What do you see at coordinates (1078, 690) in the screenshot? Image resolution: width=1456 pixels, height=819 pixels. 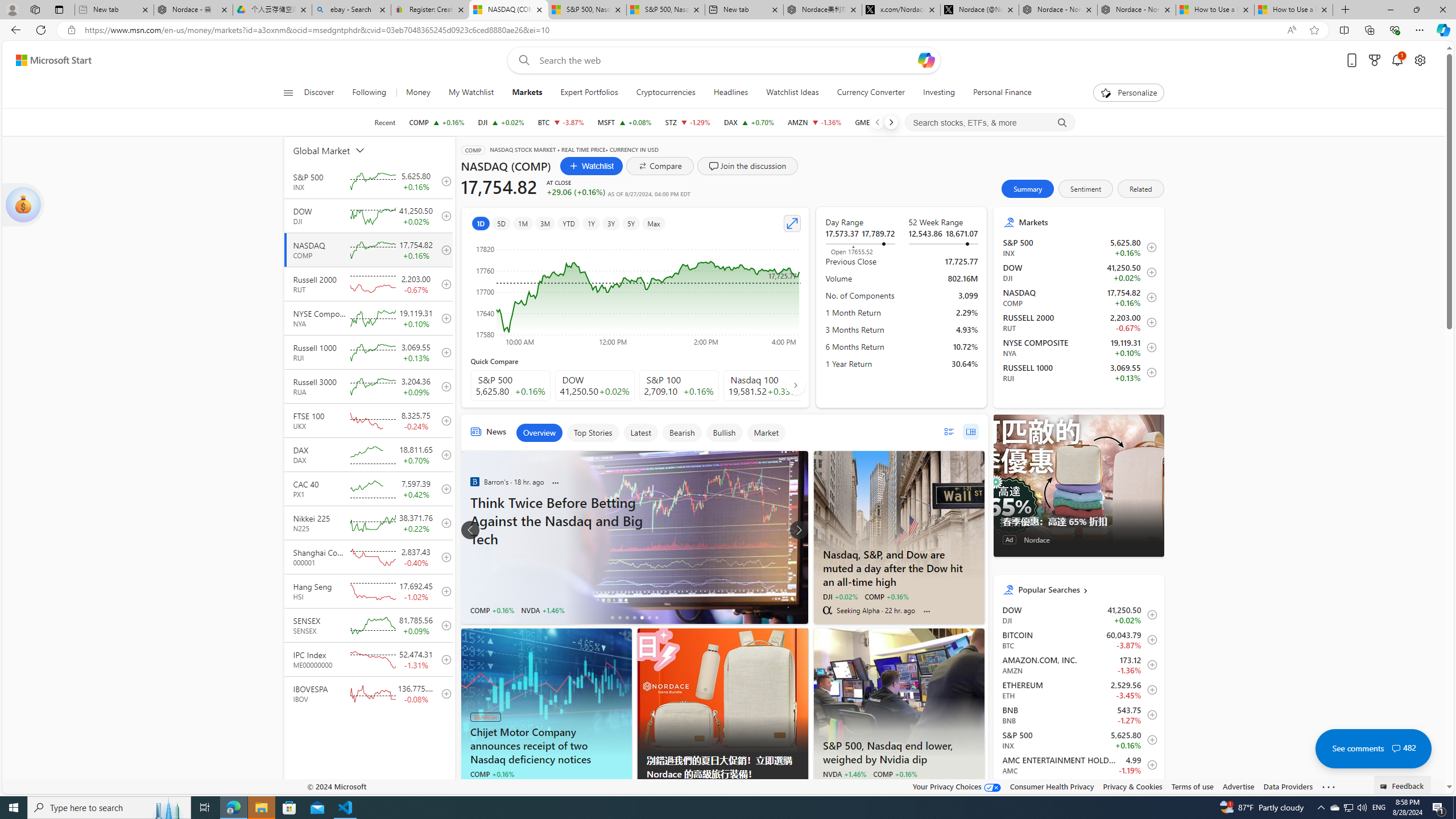 I see `'ETH Ethereum decrease 2,529.56 -87.30 -3.45% itemundefined'` at bounding box center [1078, 690].